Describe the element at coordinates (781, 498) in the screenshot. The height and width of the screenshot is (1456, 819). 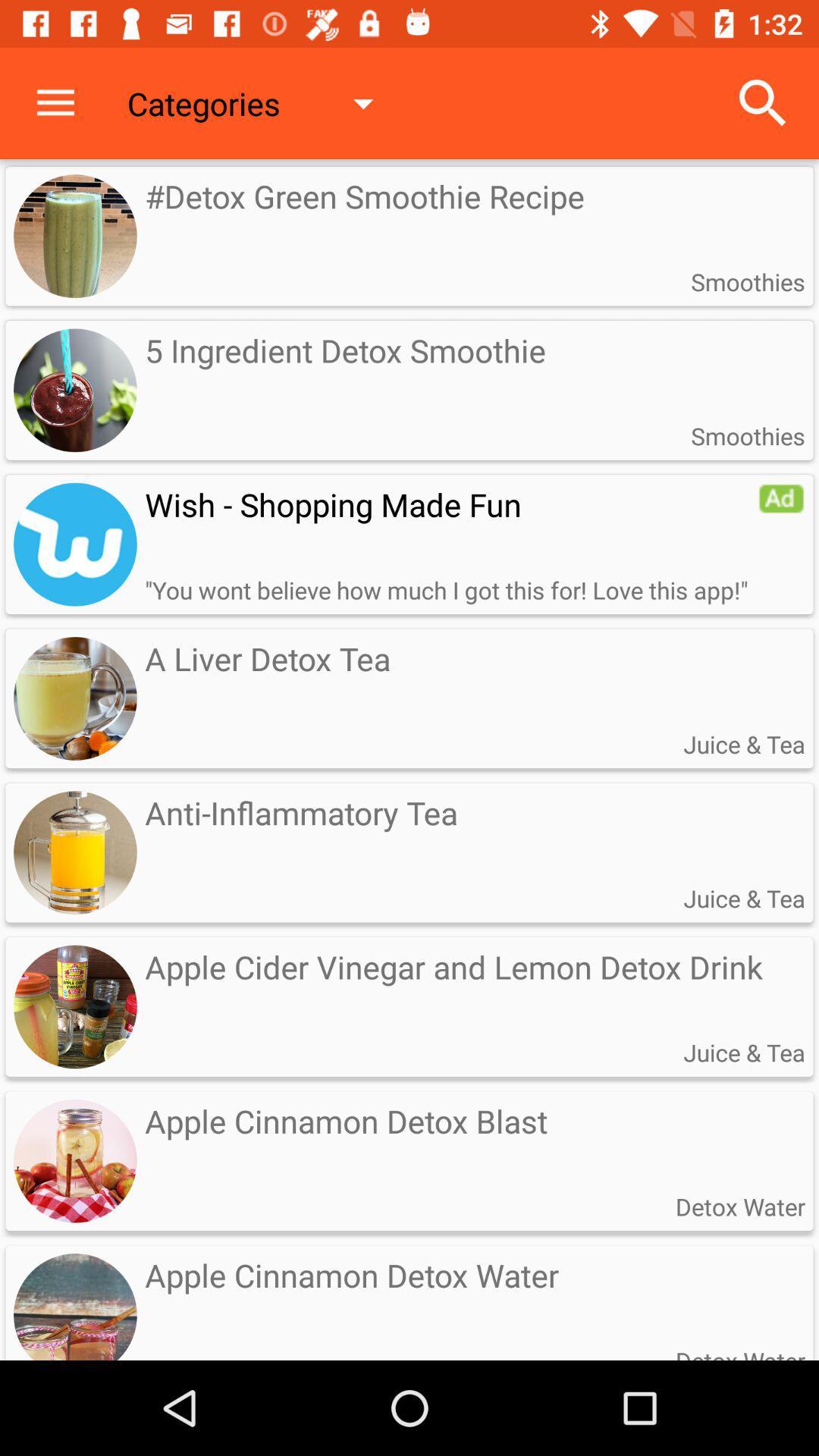
I see `icon above the juice & tea item` at that location.